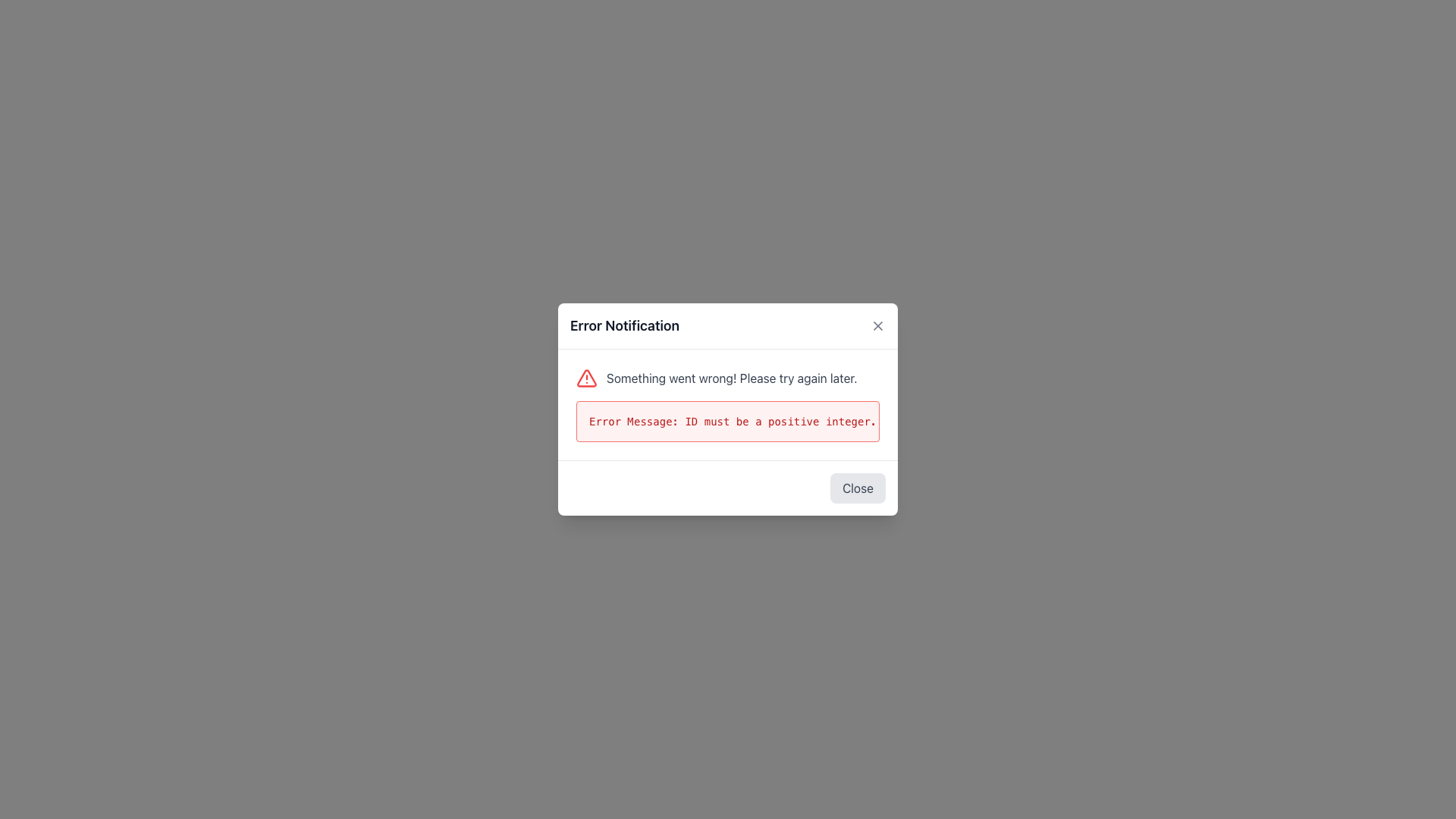 Image resolution: width=1456 pixels, height=819 pixels. Describe the element at coordinates (625, 325) in the screenshot. I see `the Text Label that serves as the title for the notification modal, located at the top-left of the modal, adjacent to the 'close' button` at that location.